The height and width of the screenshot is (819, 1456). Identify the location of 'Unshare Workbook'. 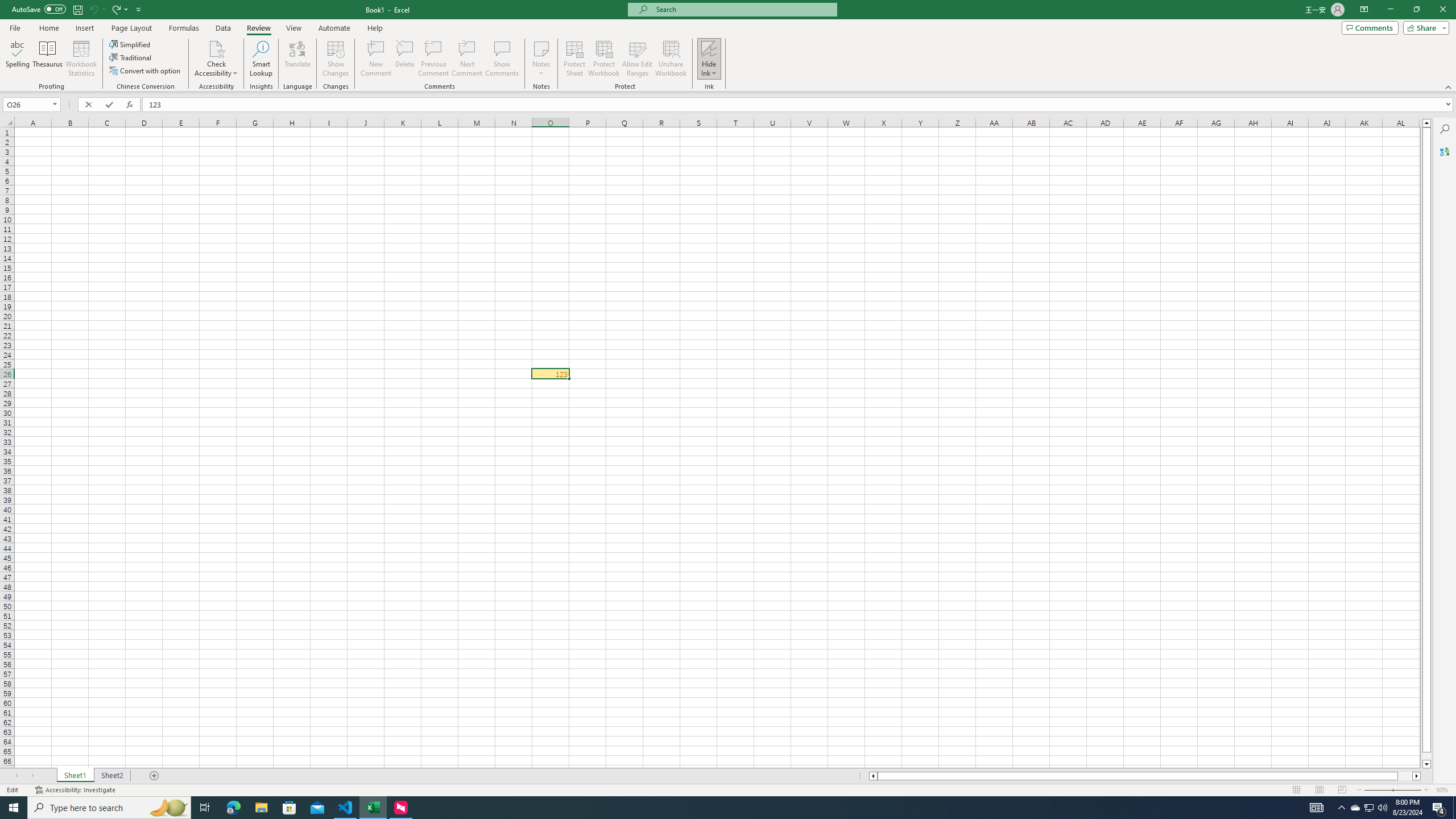
(671, 59).